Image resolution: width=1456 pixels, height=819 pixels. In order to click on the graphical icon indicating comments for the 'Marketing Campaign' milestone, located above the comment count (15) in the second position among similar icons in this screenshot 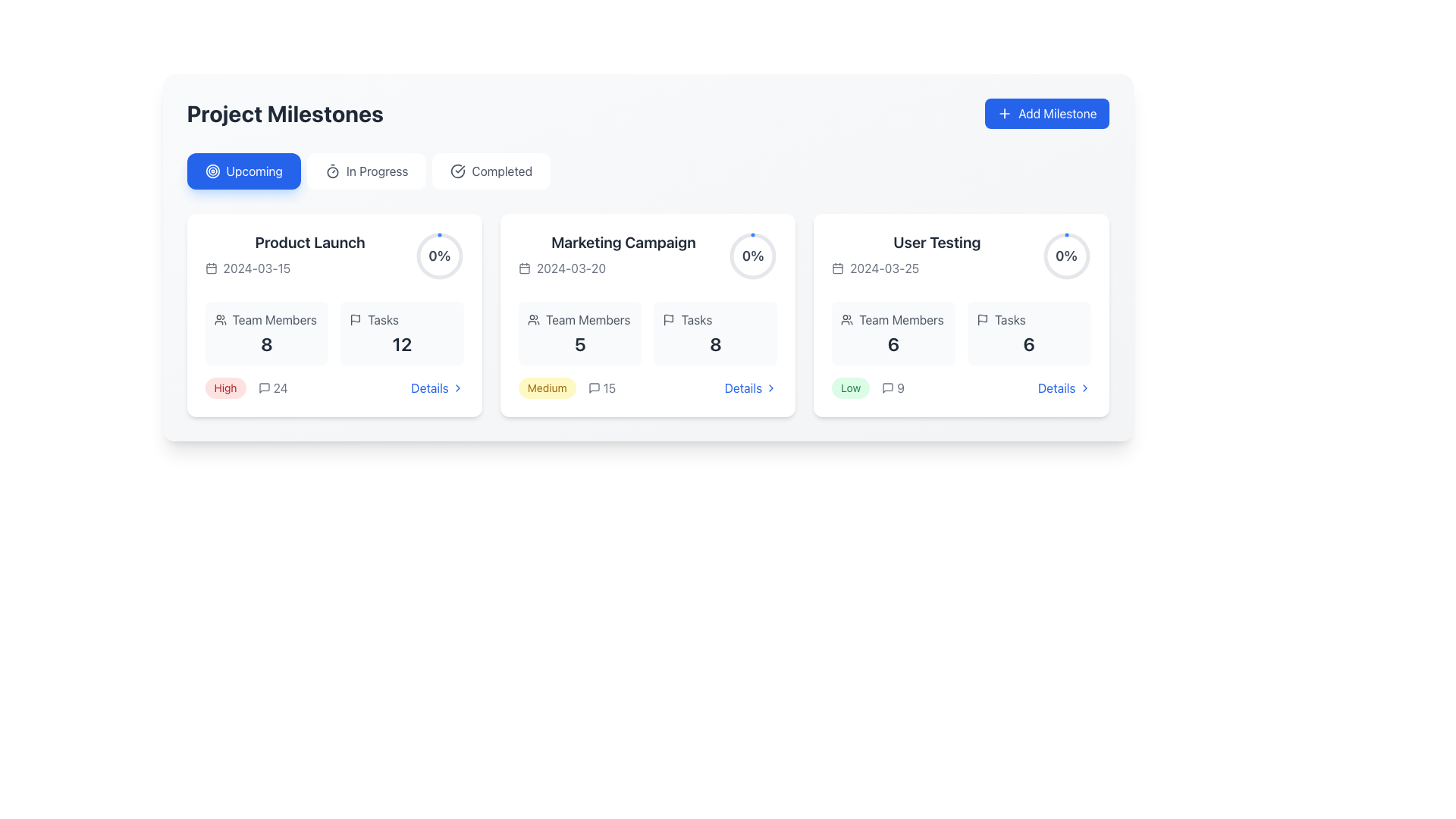, I will do `click(593, 388)`.